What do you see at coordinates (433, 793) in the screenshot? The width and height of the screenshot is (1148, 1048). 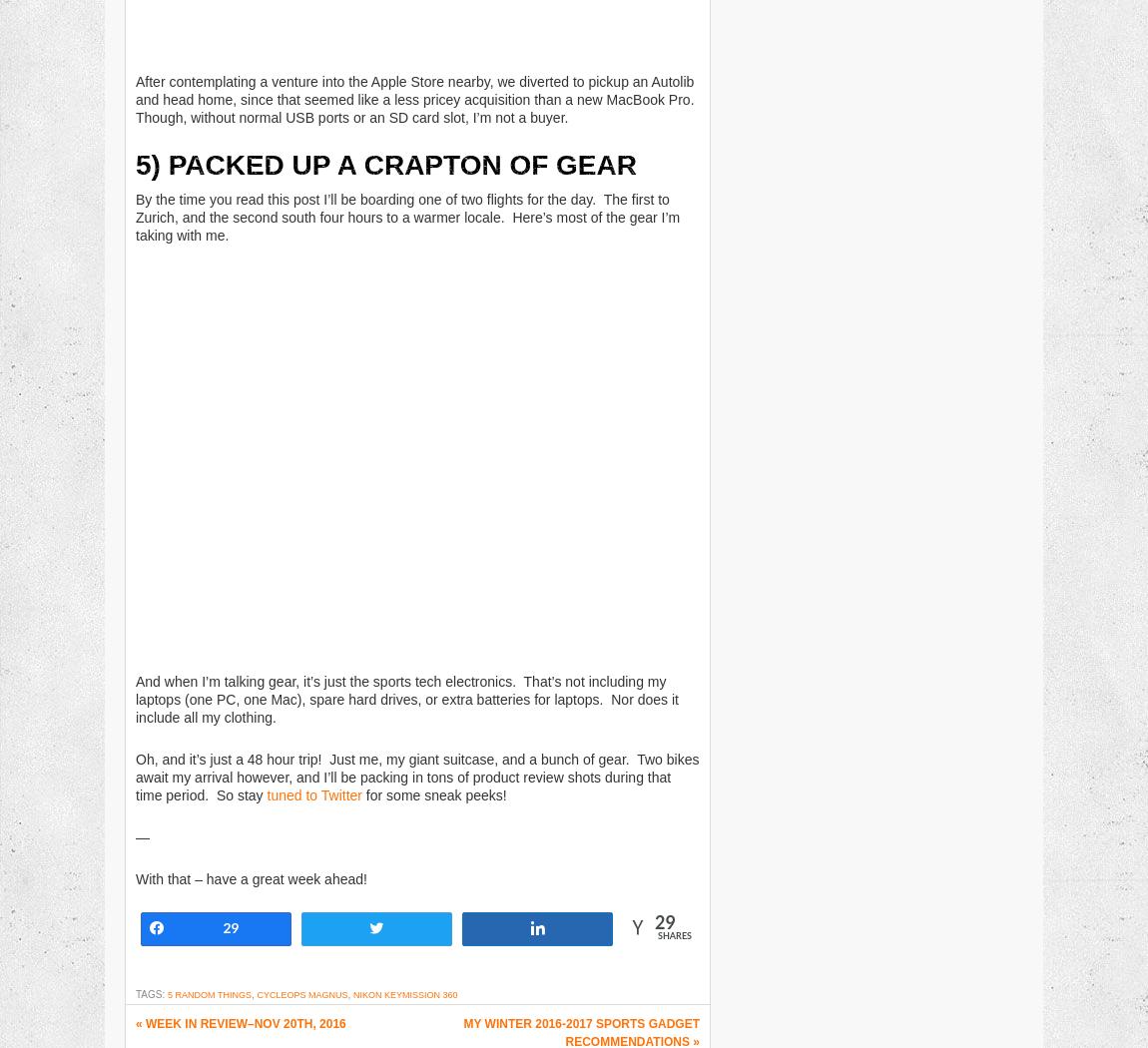 I see `'for some sneak peeks!'` at bounding box center [433, 793].